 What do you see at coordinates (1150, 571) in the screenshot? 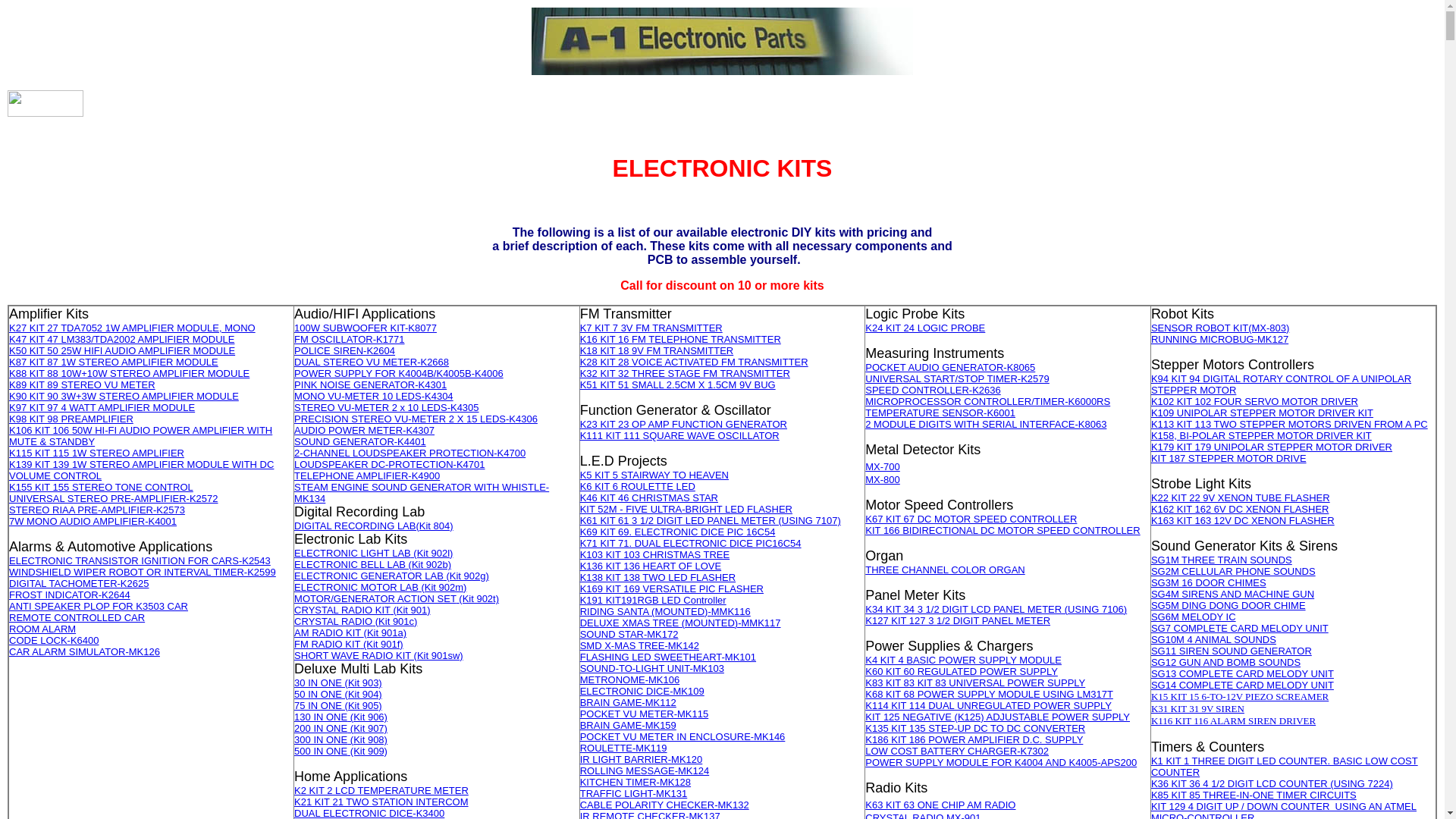
I see `'SG2M CELLULAR PHONE SOUNDS'` at bounding box center [1150, 571].